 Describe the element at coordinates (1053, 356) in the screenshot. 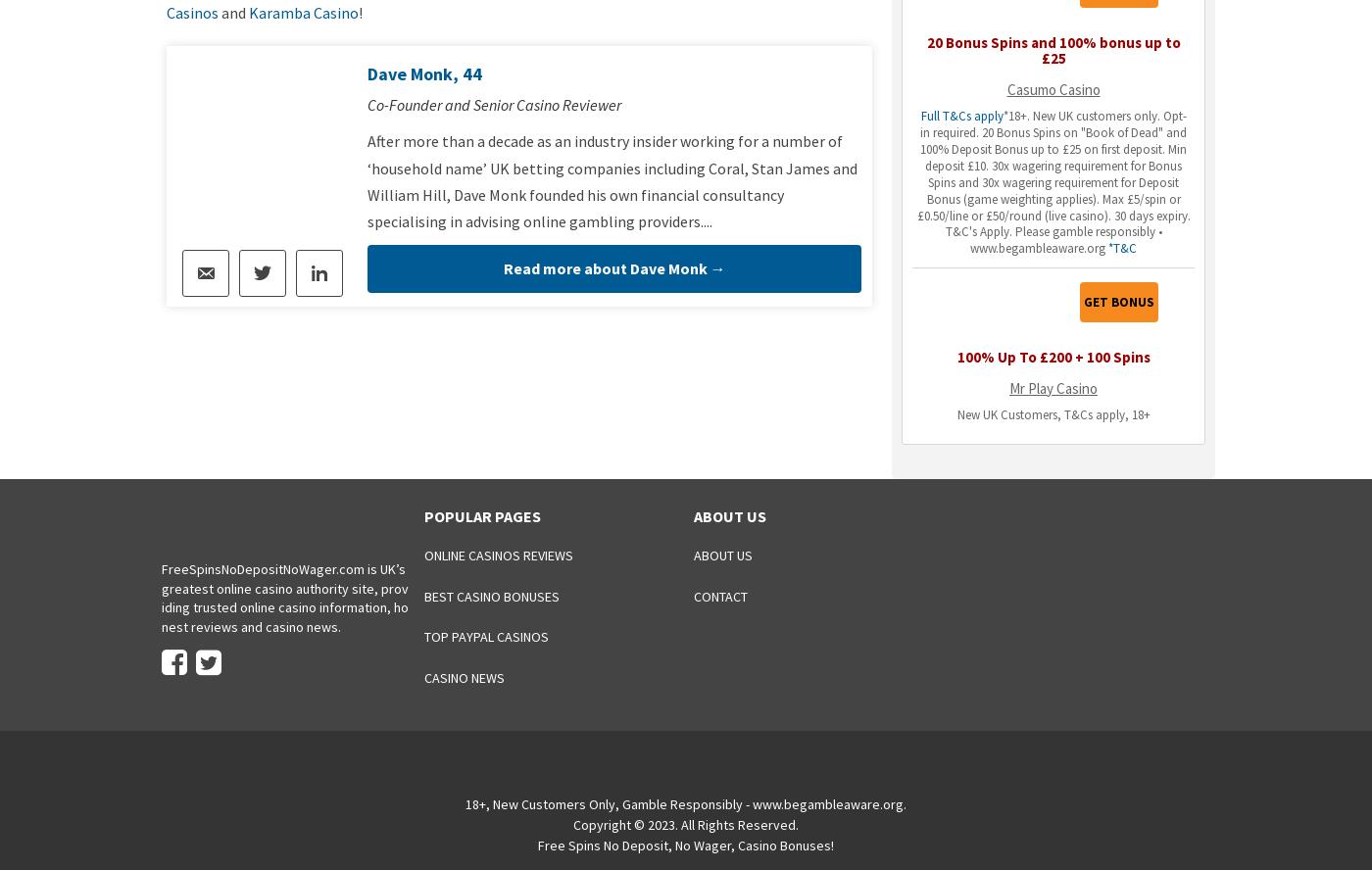

I see `'100% Up To £200 + 100 Spins'` at that location.